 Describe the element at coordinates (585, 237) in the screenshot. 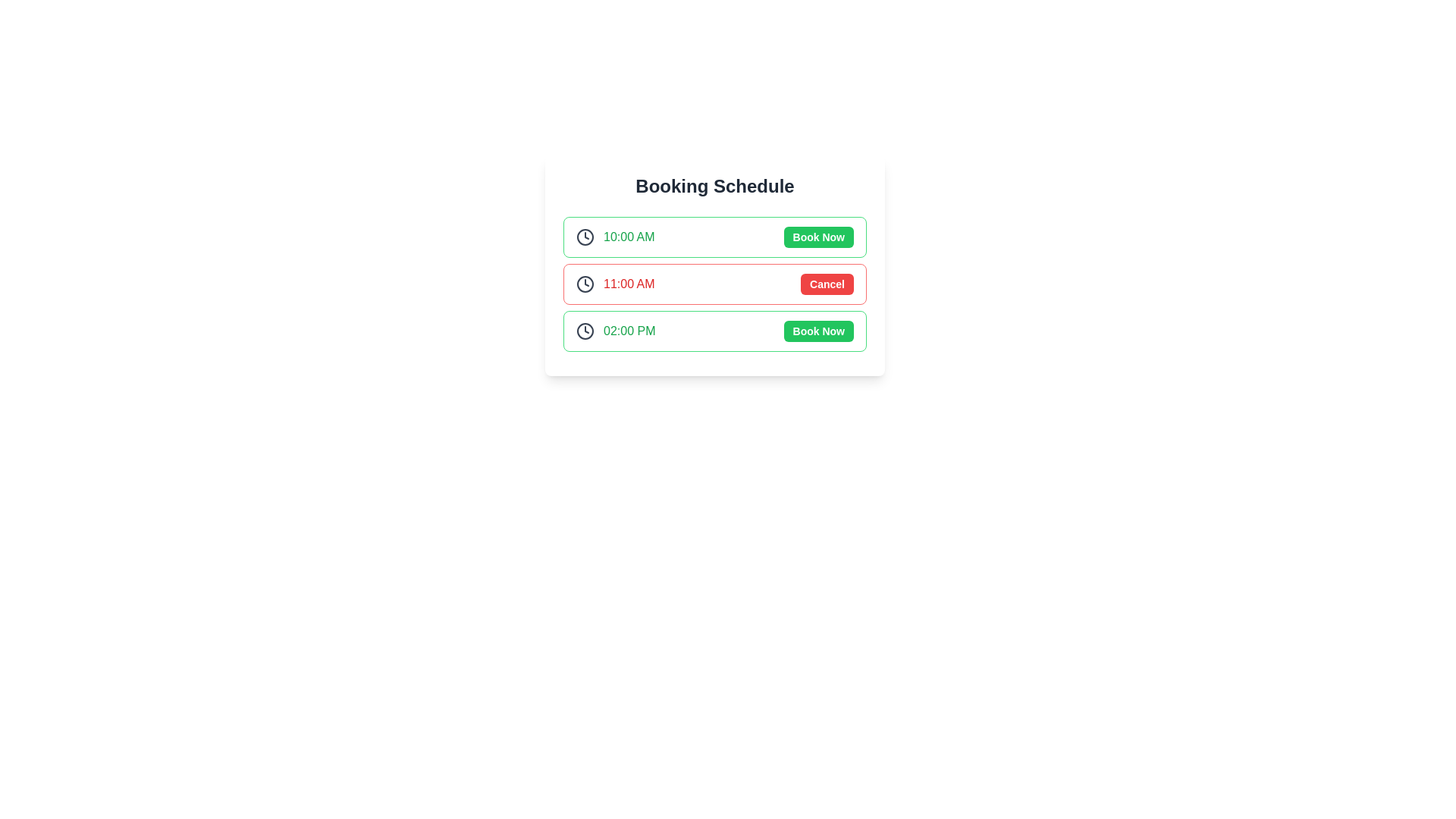

I see `the gray clock icon with a circular outline located to the left of the text '10:00 AM' in the first row of the booking schedule` at that location.